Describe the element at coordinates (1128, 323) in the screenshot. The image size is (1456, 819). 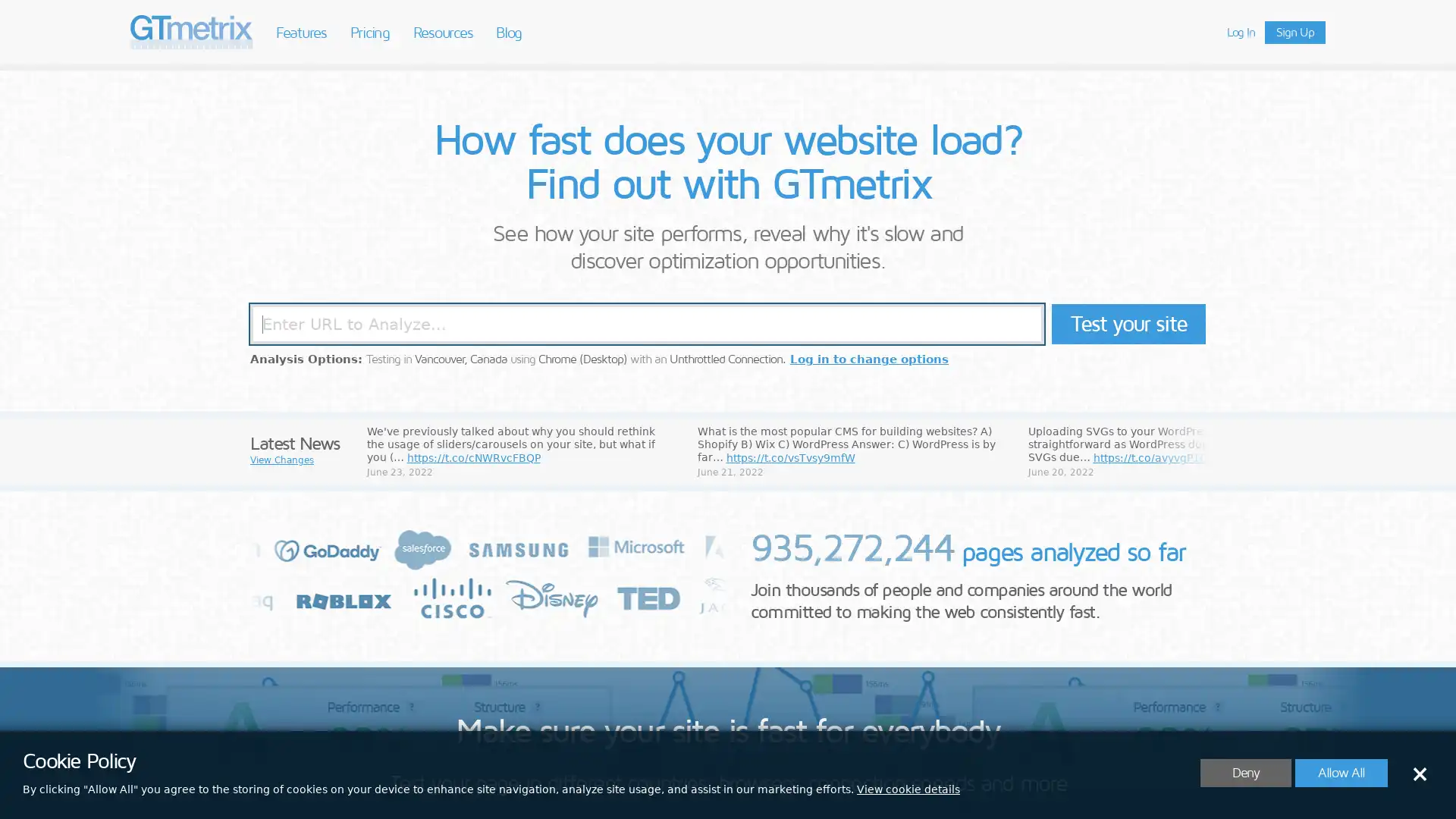
I see `Test your site` at that location.